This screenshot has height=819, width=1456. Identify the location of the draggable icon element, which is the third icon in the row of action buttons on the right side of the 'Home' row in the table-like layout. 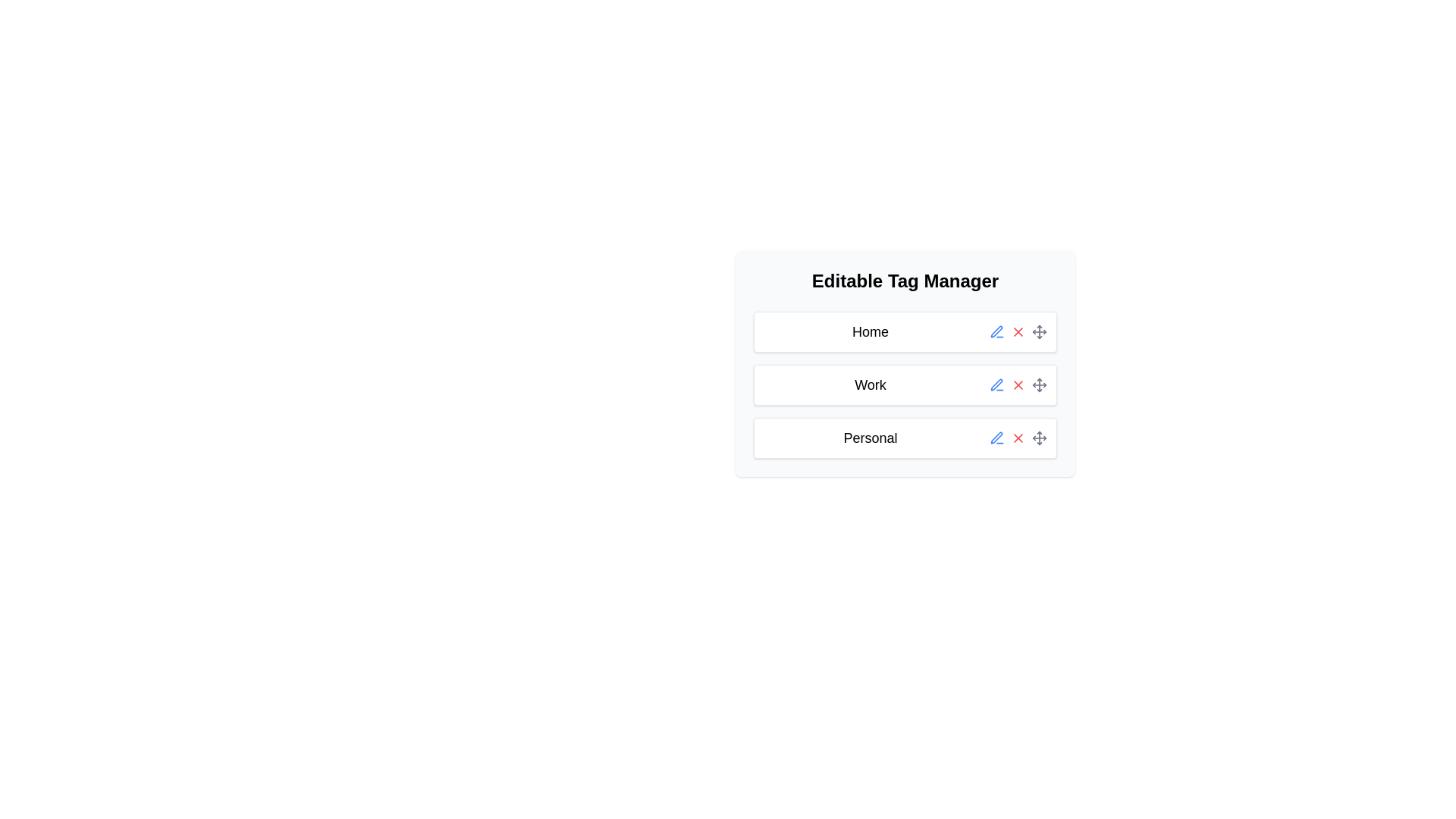
(1039, 331).